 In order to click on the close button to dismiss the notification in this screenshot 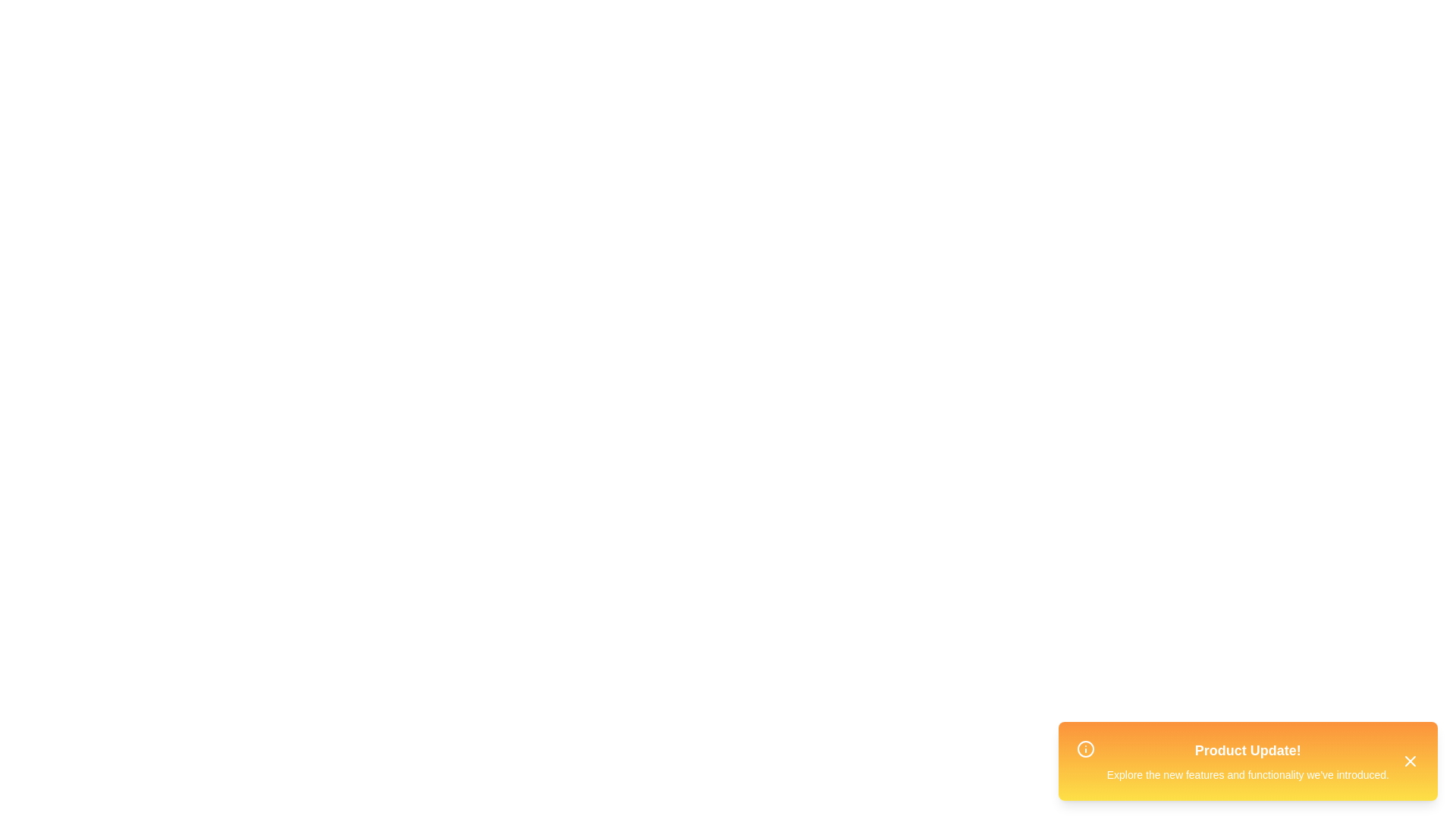, I will do `click(1410, 761)`.